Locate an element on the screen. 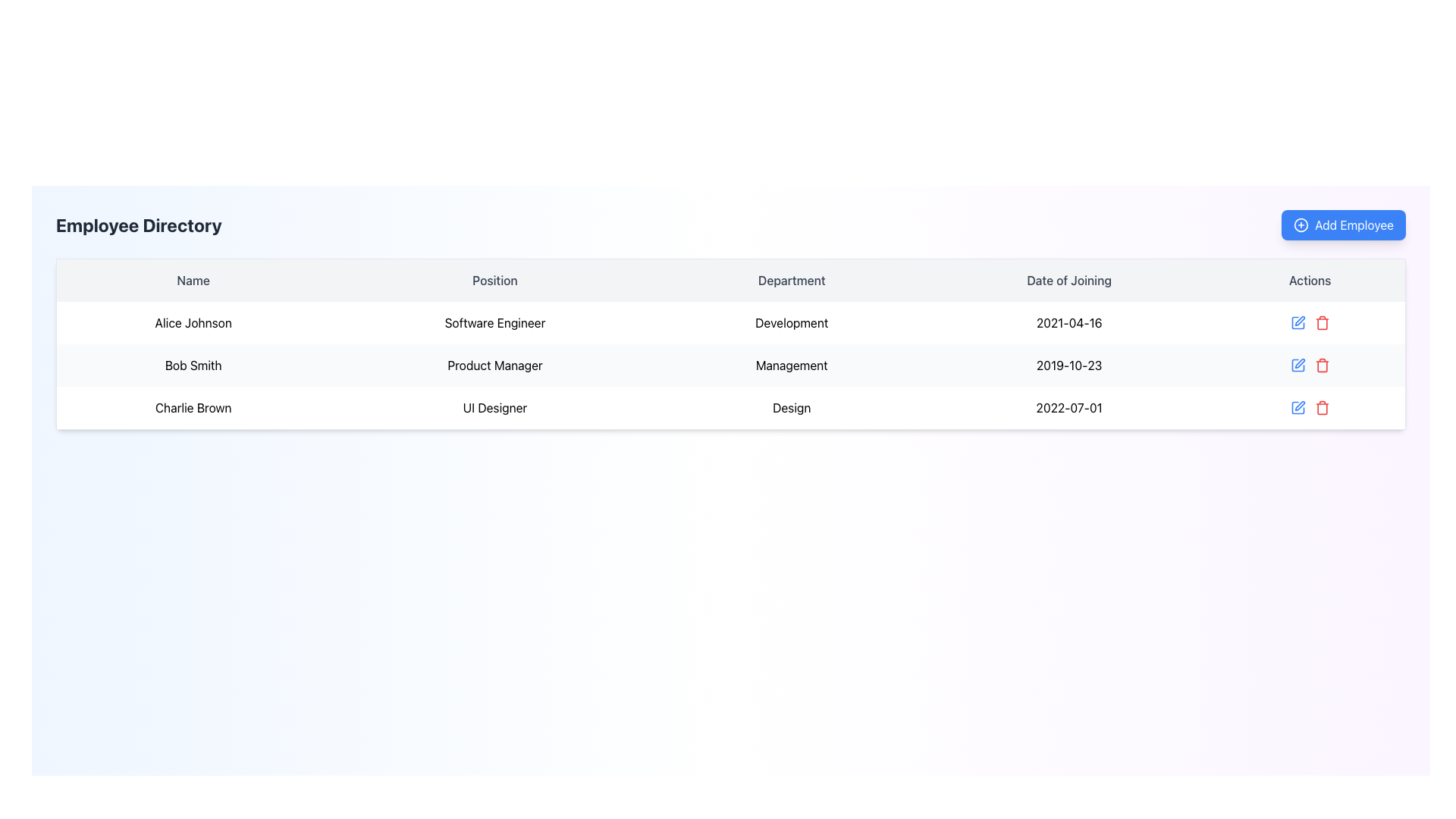 The image size is (1456, 819). the 'Product Manager' text label in the 'Position' column of the row associated with 'Bob Smith' is located at coordinates (494, 366).